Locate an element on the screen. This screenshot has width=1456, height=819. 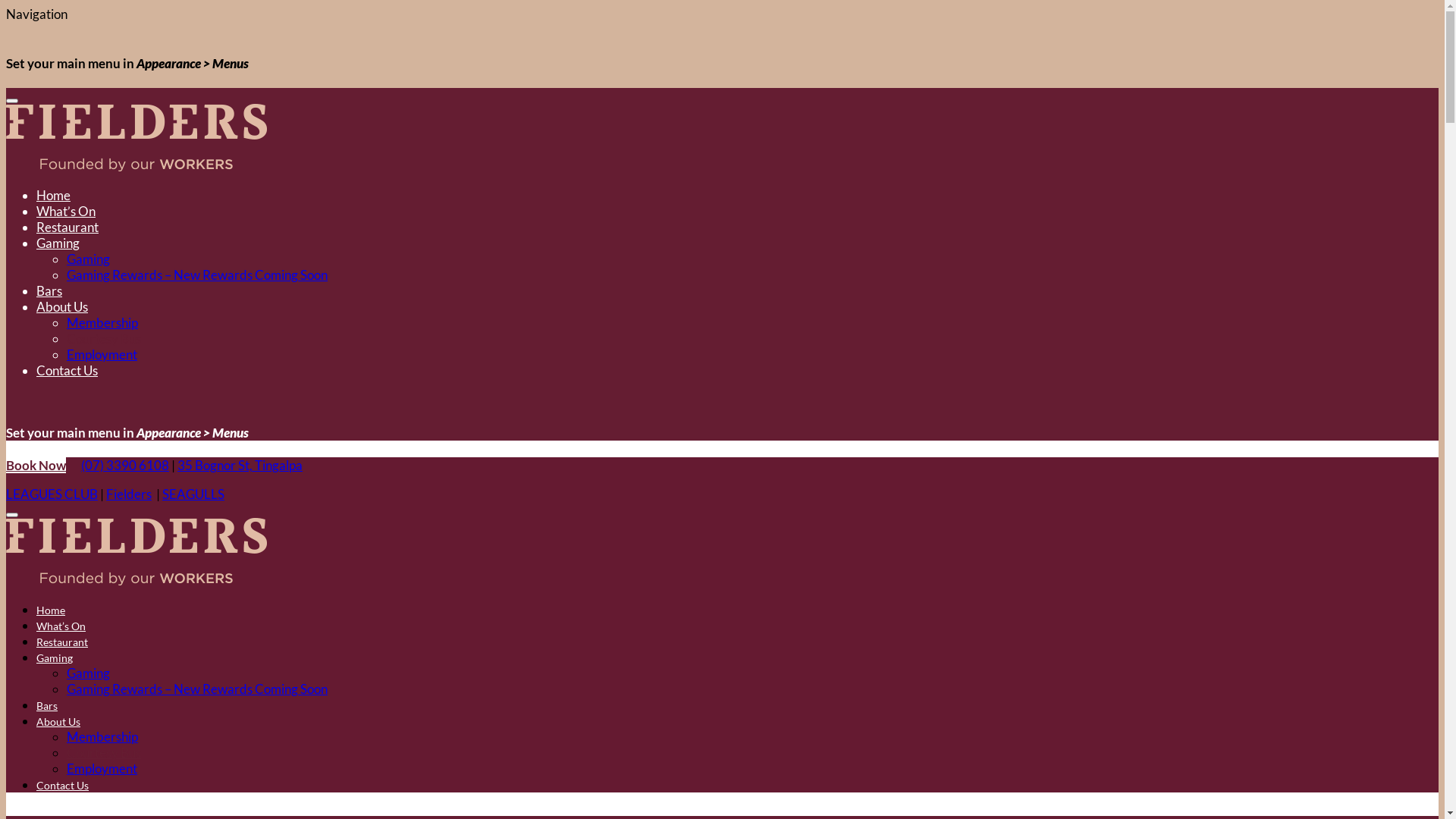
'Book Now' is located at coordinates (36, 464).